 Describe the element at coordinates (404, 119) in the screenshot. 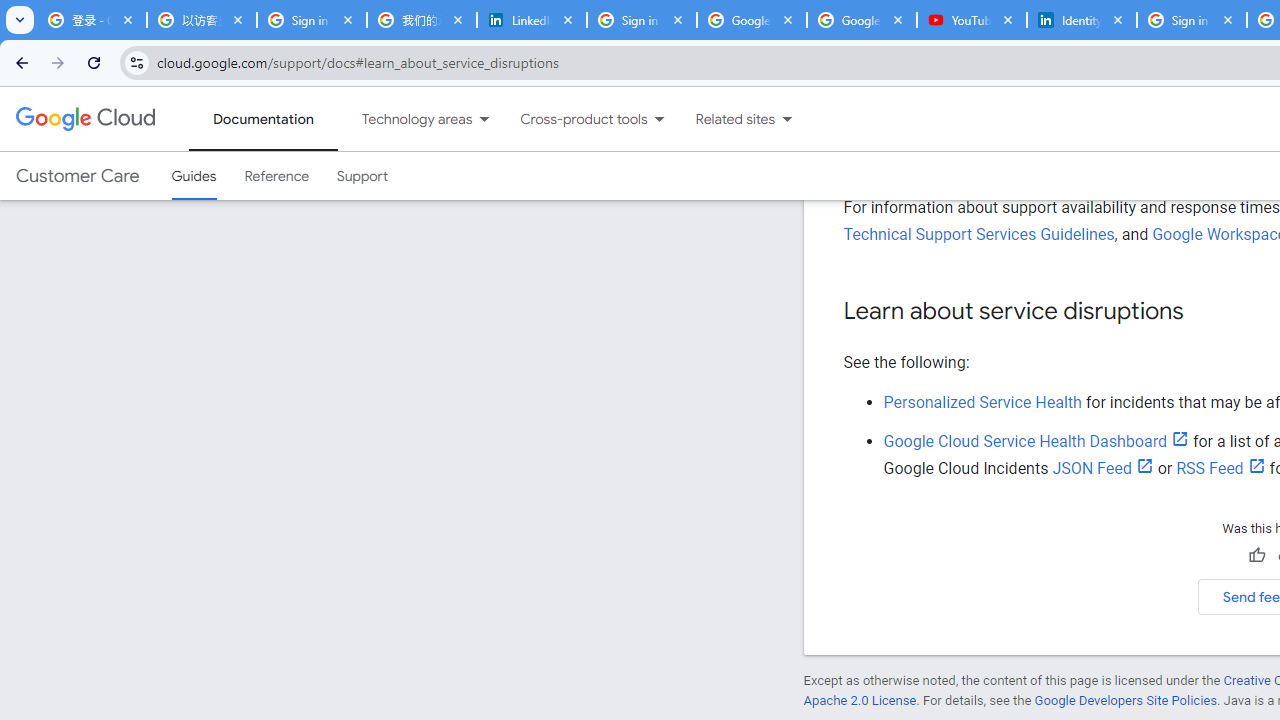

I see `'Technology areas'` at that location.